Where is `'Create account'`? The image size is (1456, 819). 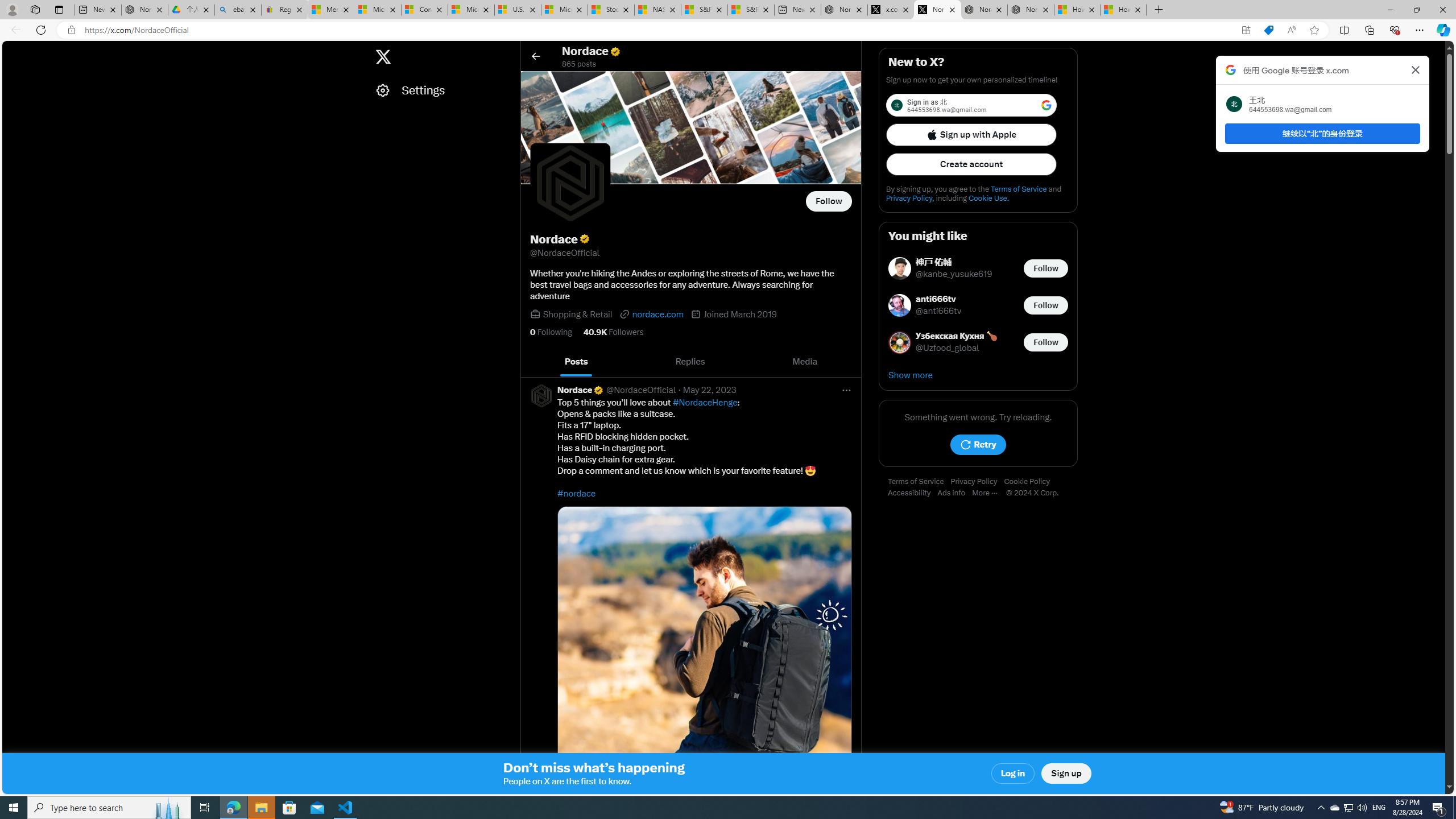
'Create account' is located at coordinates (971, 164).